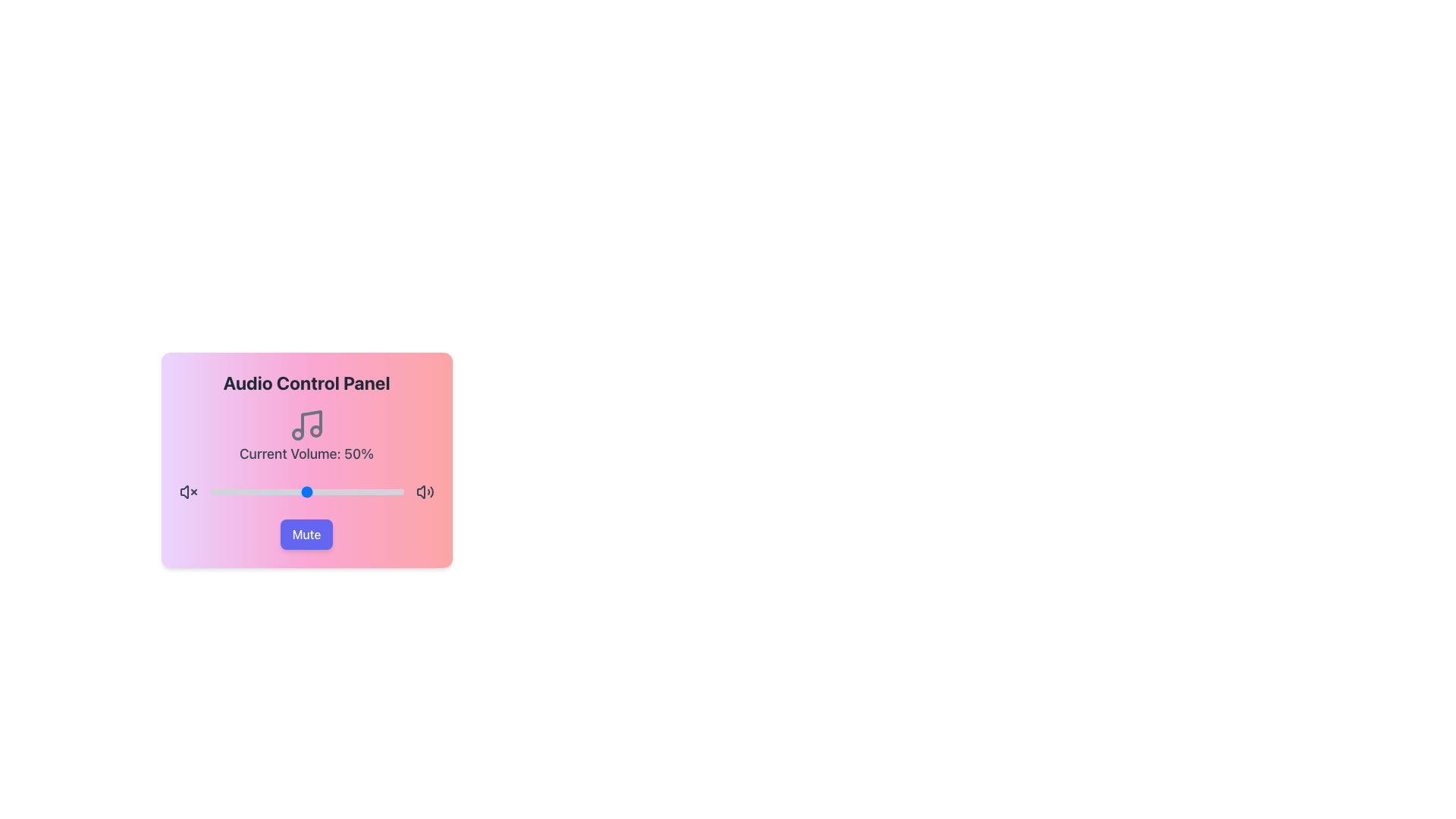 The height and width of the screenshot is (819, 1456). I want to click on the mute audio button located in the Audio Control Panel to change its background color, so click(306, 534).